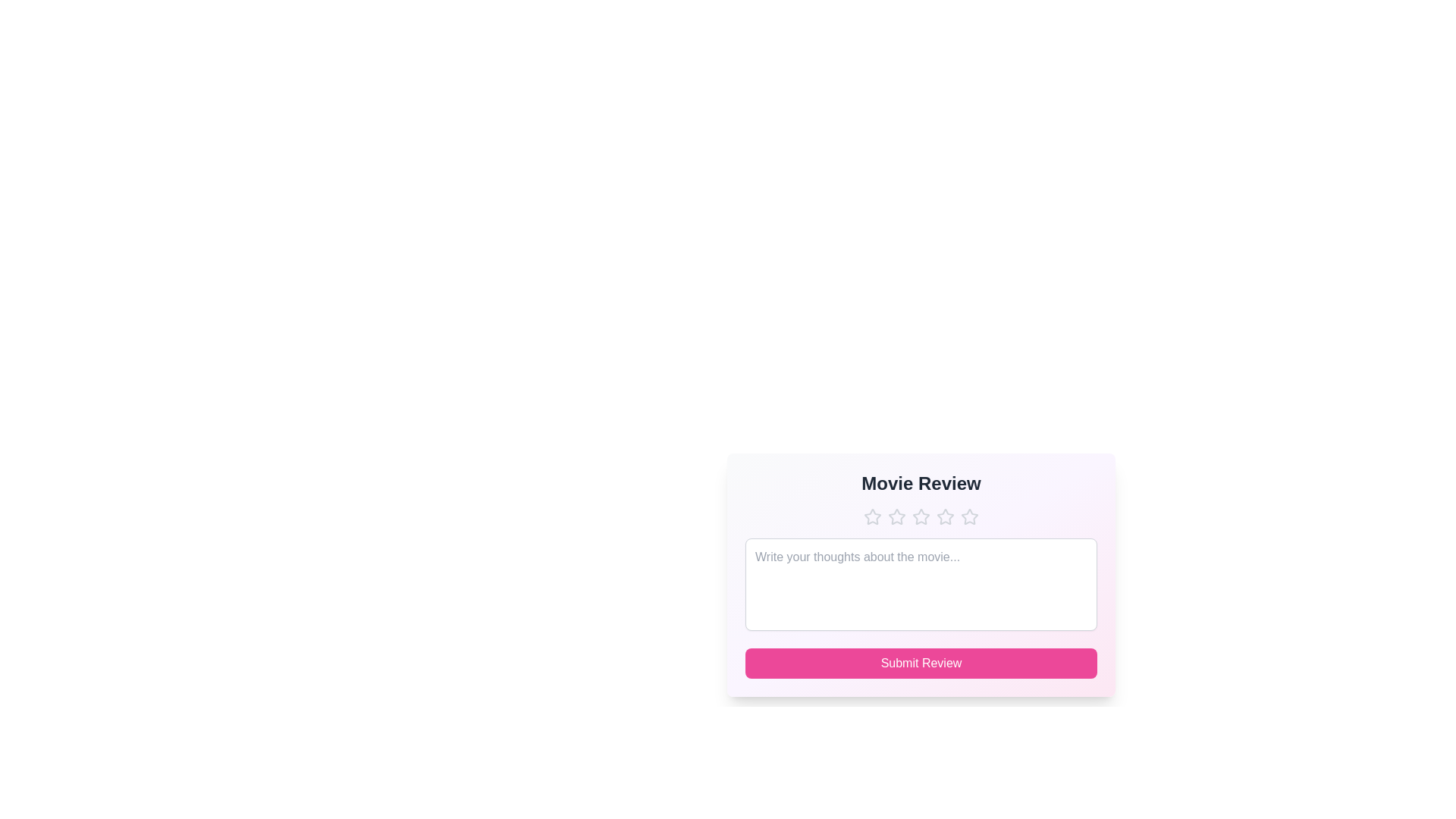 The image size is (1456, 819). What do you see at coordinates (873, 516) in the screenshot?
I see `the star icon to set the rating to 1` at bounding box center [873, 516].